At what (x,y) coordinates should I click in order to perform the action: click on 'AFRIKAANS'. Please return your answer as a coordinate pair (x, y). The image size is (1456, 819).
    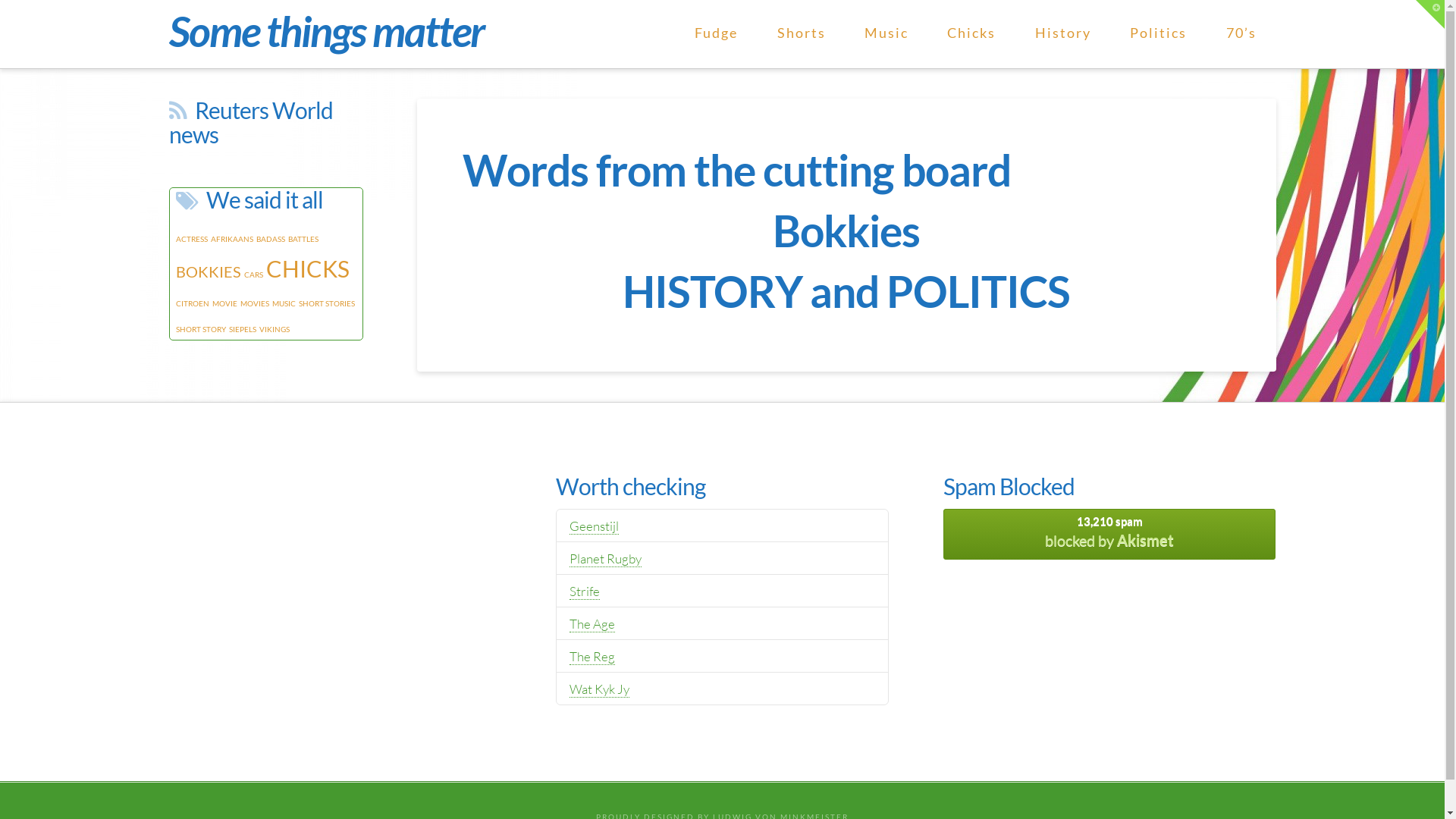
    Looking at the image, I should click on (231, 239).